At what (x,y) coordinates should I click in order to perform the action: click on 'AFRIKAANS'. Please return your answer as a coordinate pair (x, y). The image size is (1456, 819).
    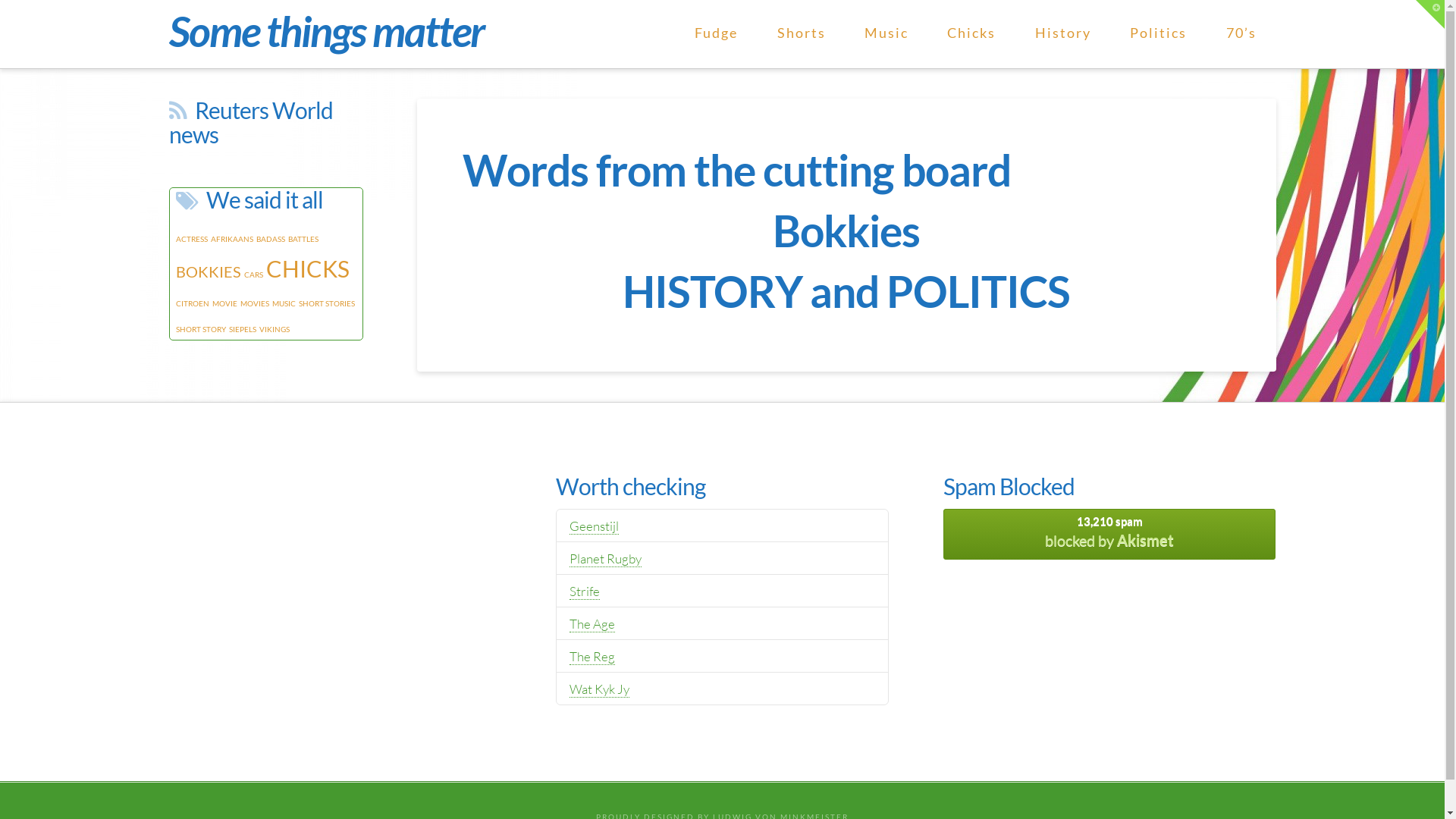
    Looking at the image, I should click on (231, 239).